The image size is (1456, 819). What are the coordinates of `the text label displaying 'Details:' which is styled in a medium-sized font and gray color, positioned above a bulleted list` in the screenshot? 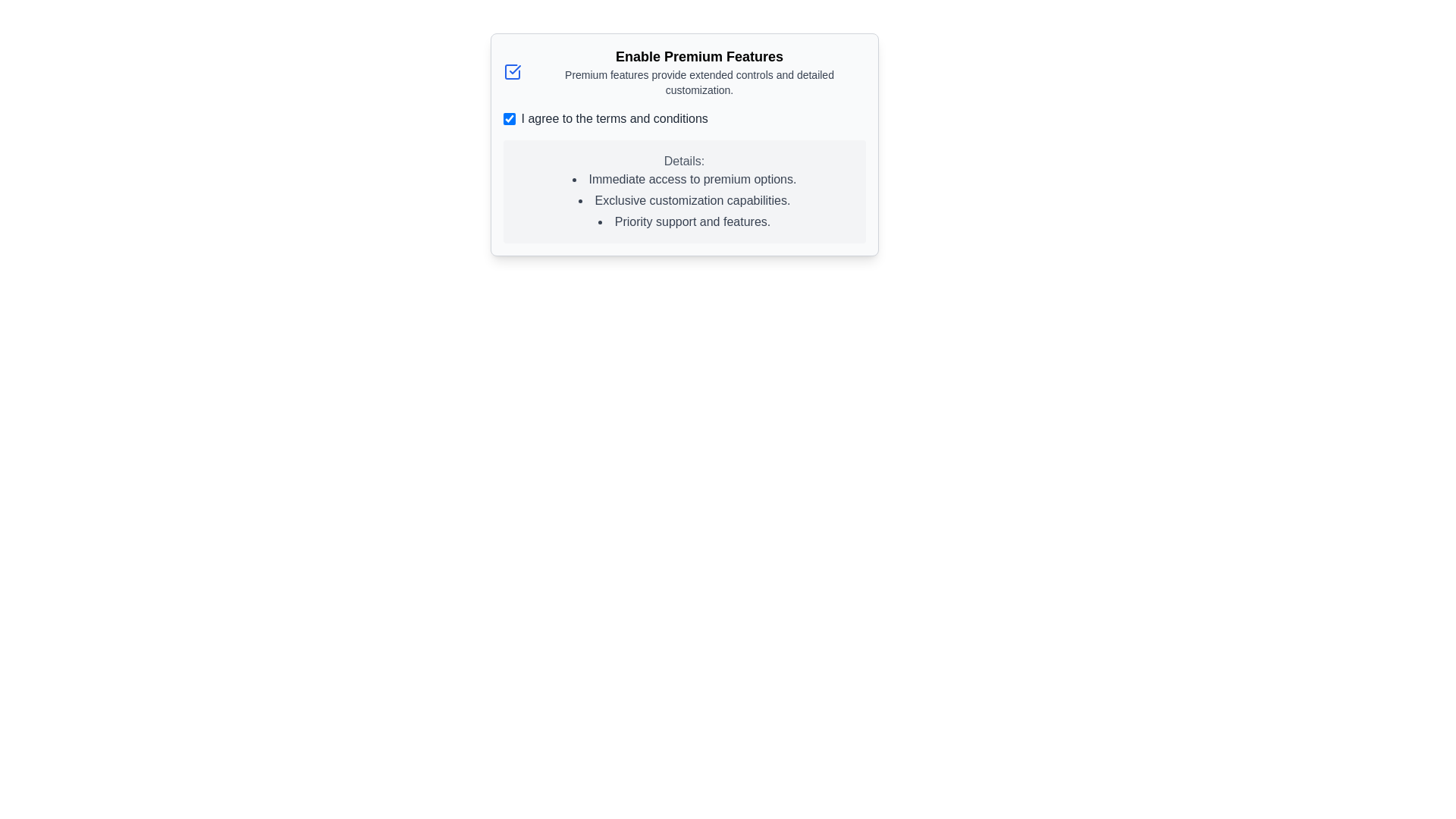 It's located at (683, 161).